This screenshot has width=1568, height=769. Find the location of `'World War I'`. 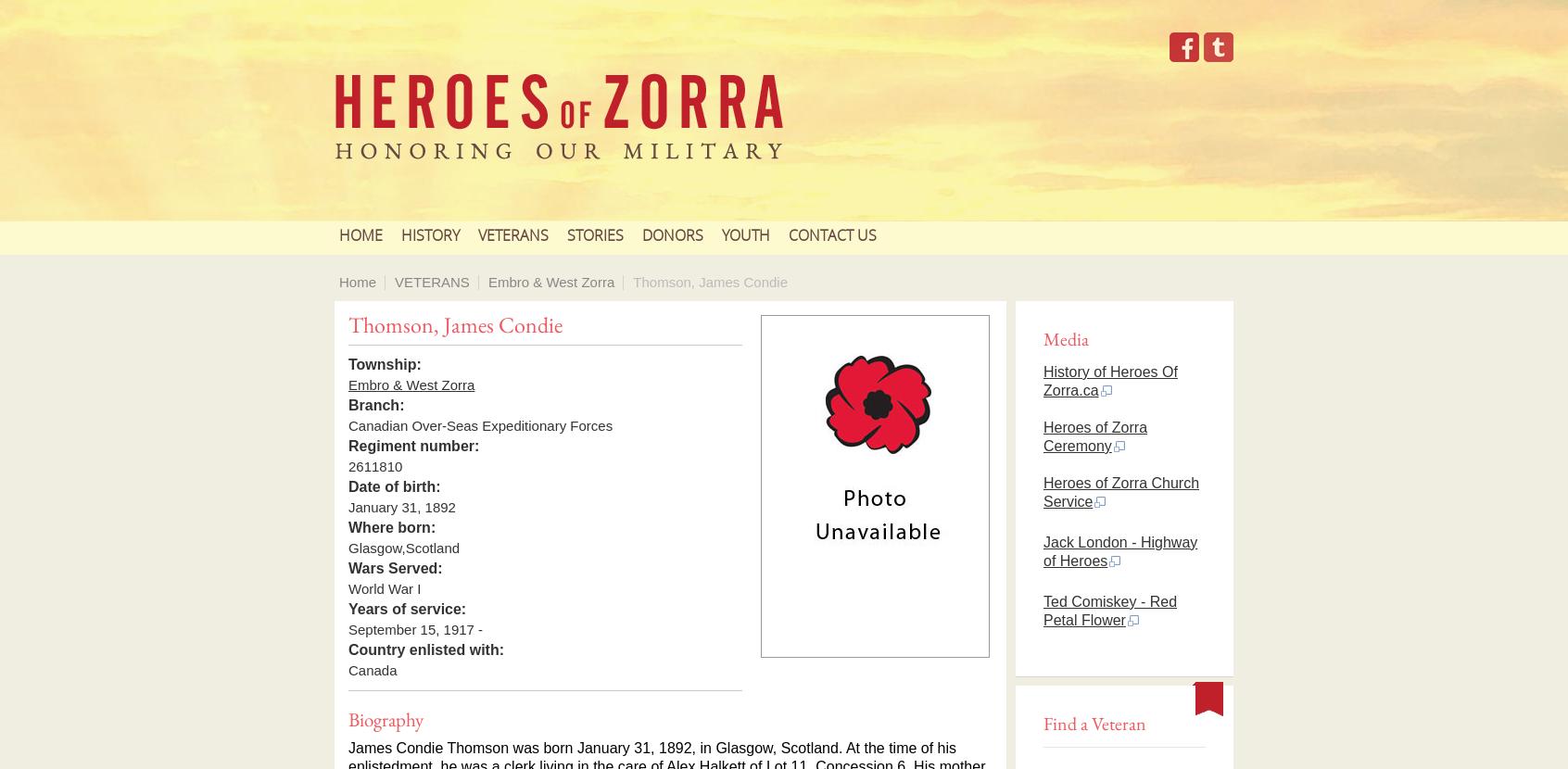

'World War I' is located at coordinates (385, 587).